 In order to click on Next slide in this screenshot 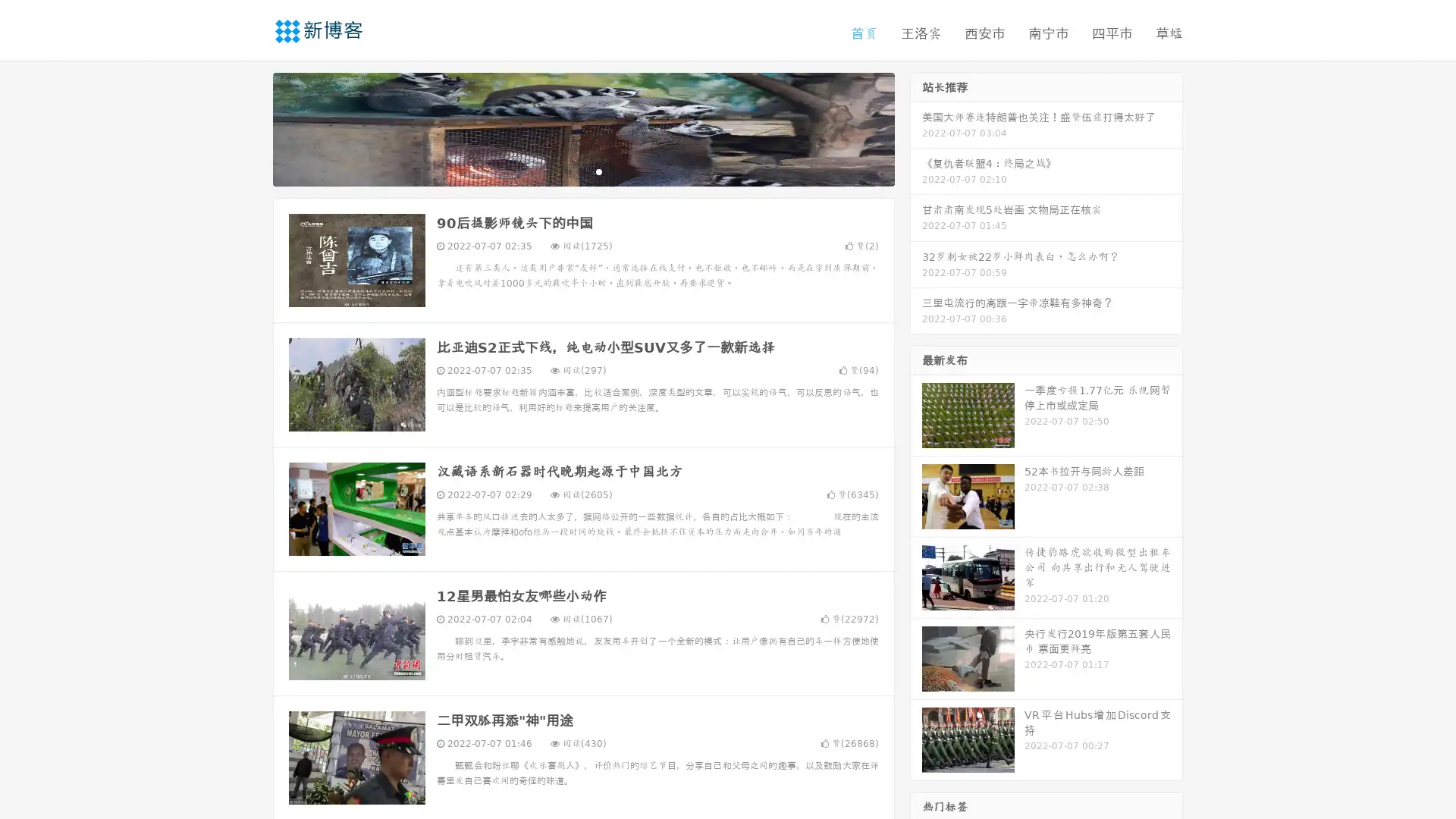, I will do `click(916, 127)`.